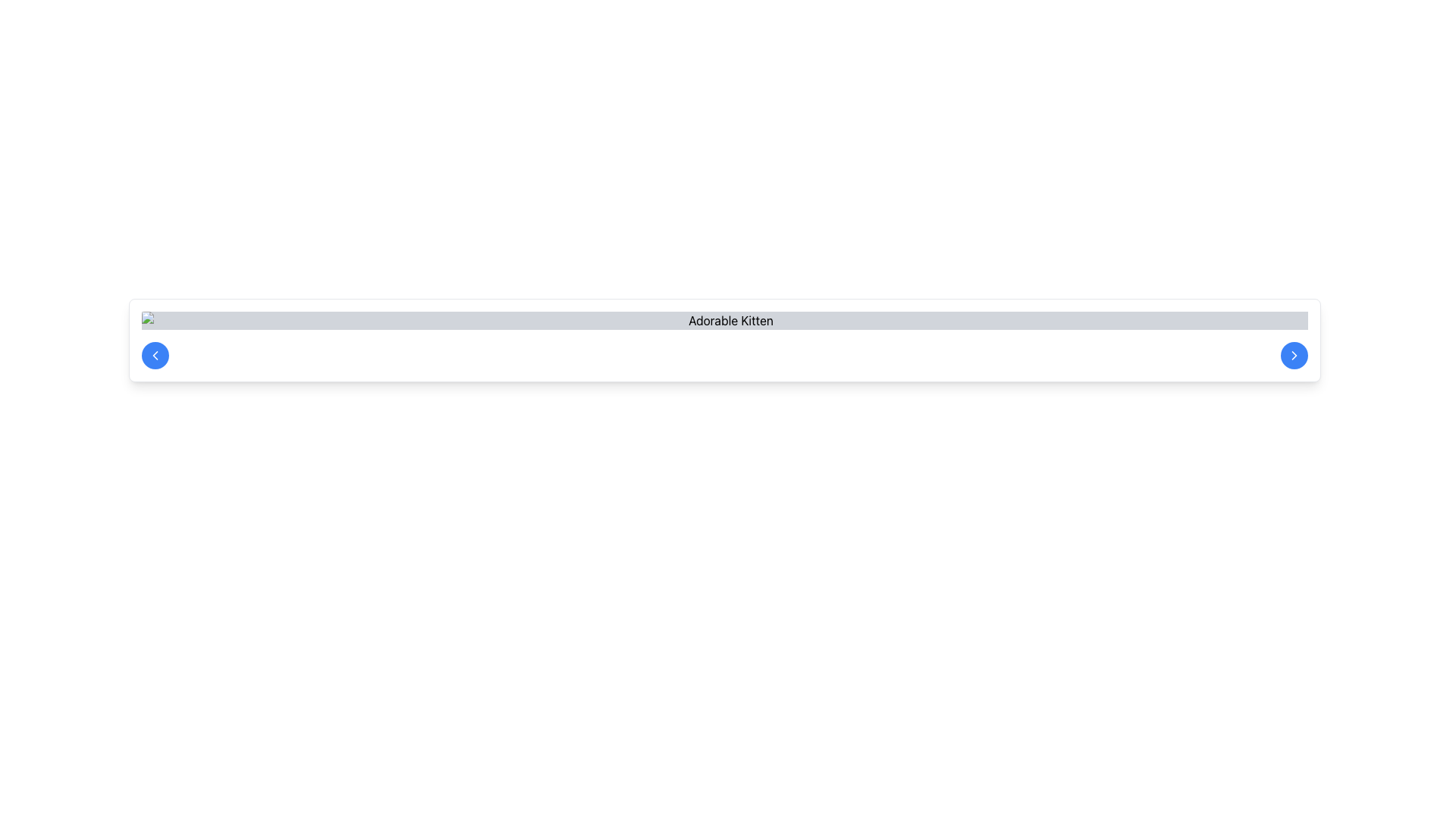 The height and width of the screenshot is (819, 1456). I want to click on the rightward-pointing chevron icon located near the 'Adorable Kitten' text in the interface, so click(1294, 356).